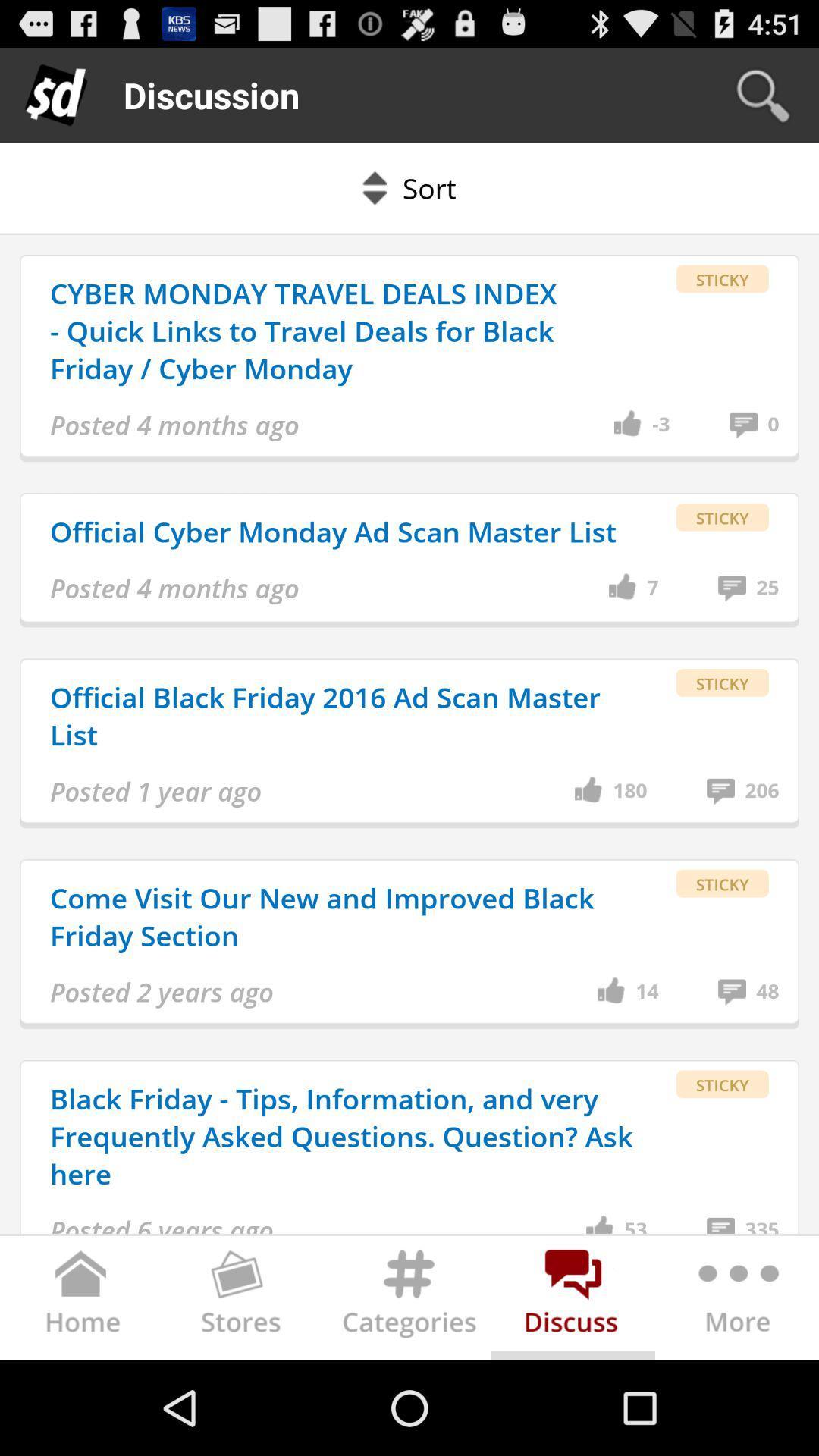  I want to click on more button, so click(736, 1300).